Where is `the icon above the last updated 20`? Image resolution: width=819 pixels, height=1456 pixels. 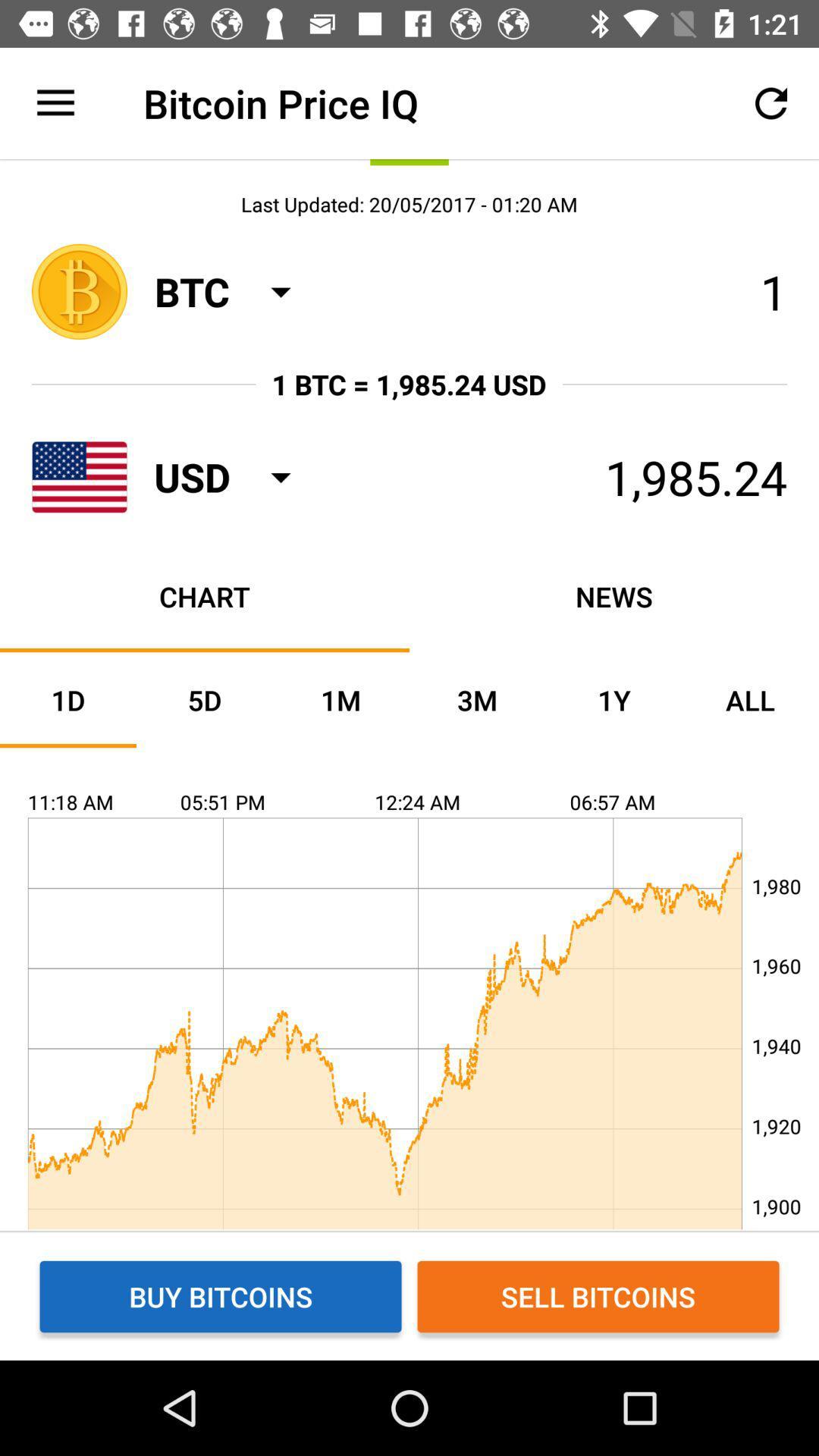
the icon above the last updated 20 is located at coordinates (771, 102).